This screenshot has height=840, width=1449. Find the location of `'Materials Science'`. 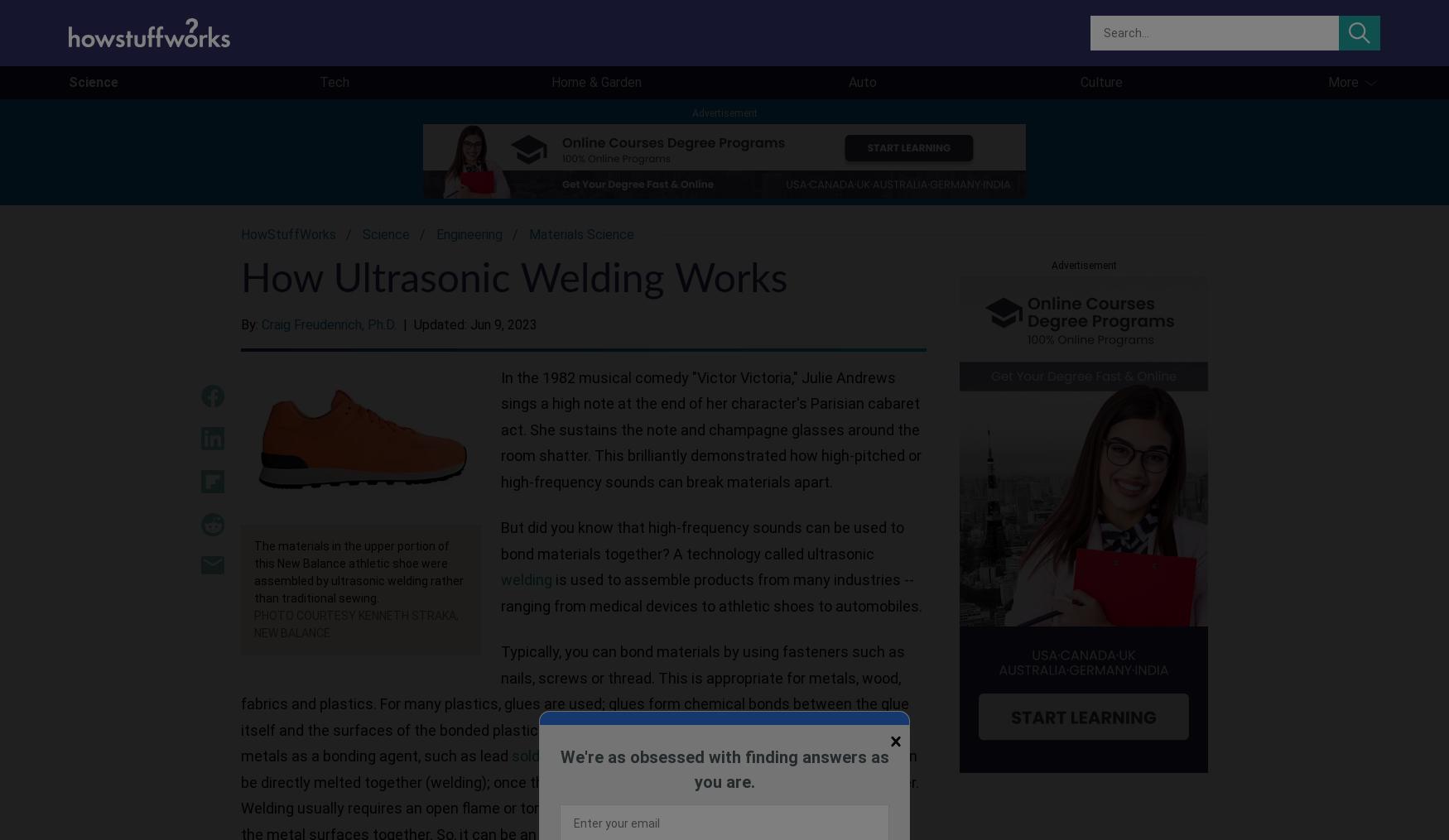

'Materials Science' is located at coordinates (581, 234).